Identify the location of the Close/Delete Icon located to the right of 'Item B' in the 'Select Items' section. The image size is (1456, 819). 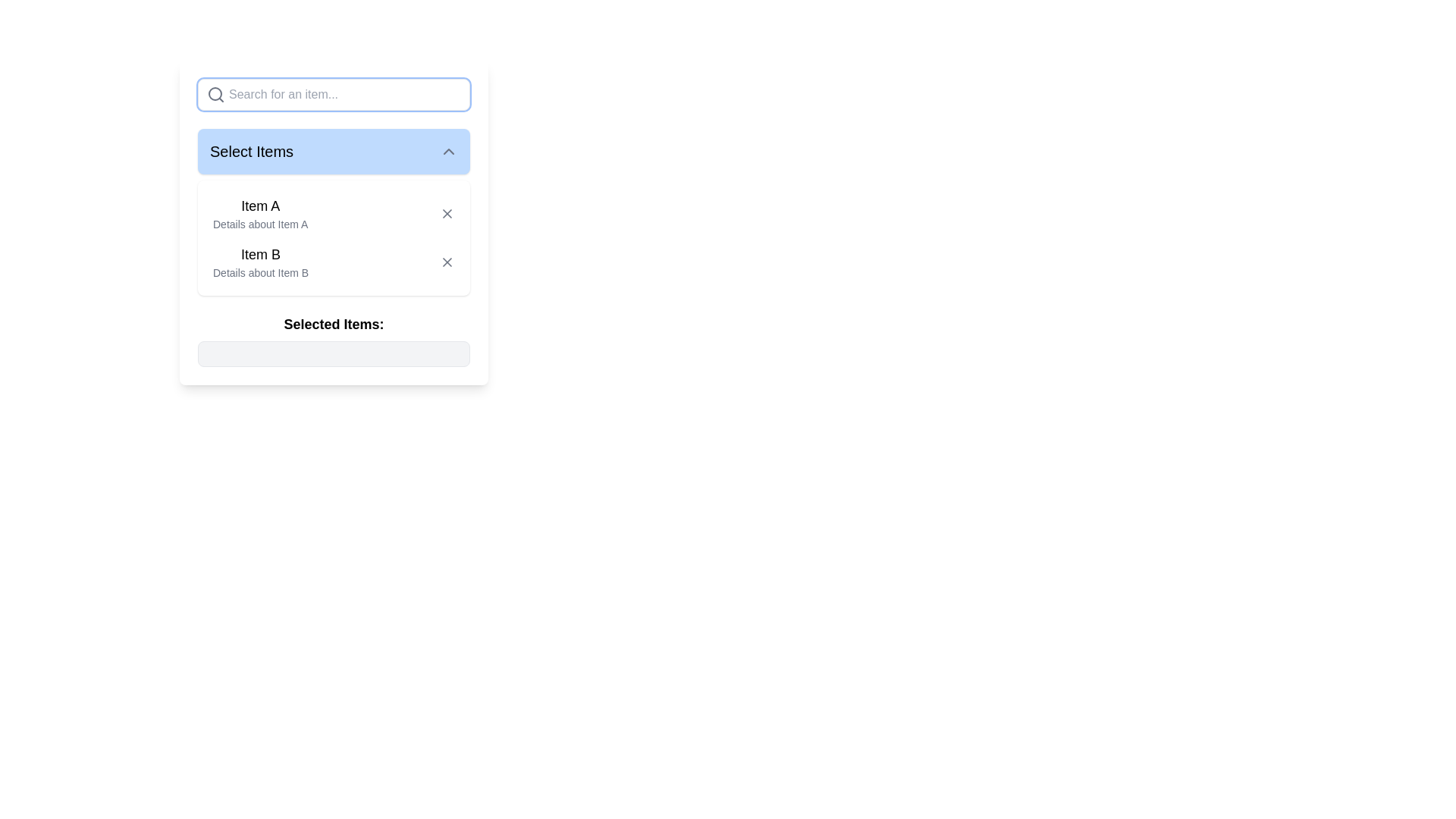
(447, 262).